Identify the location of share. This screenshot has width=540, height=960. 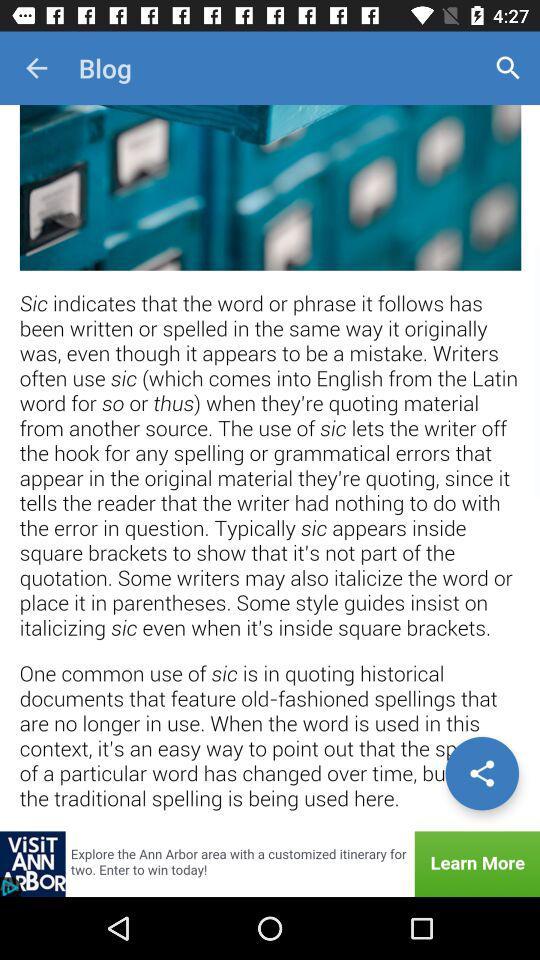
(481, 772).